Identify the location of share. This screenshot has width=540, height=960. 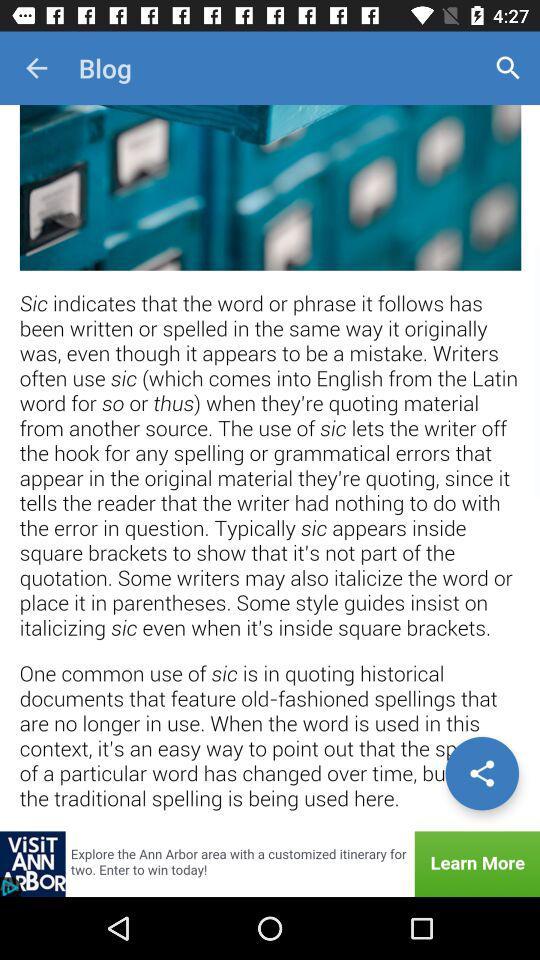
(481, 772).